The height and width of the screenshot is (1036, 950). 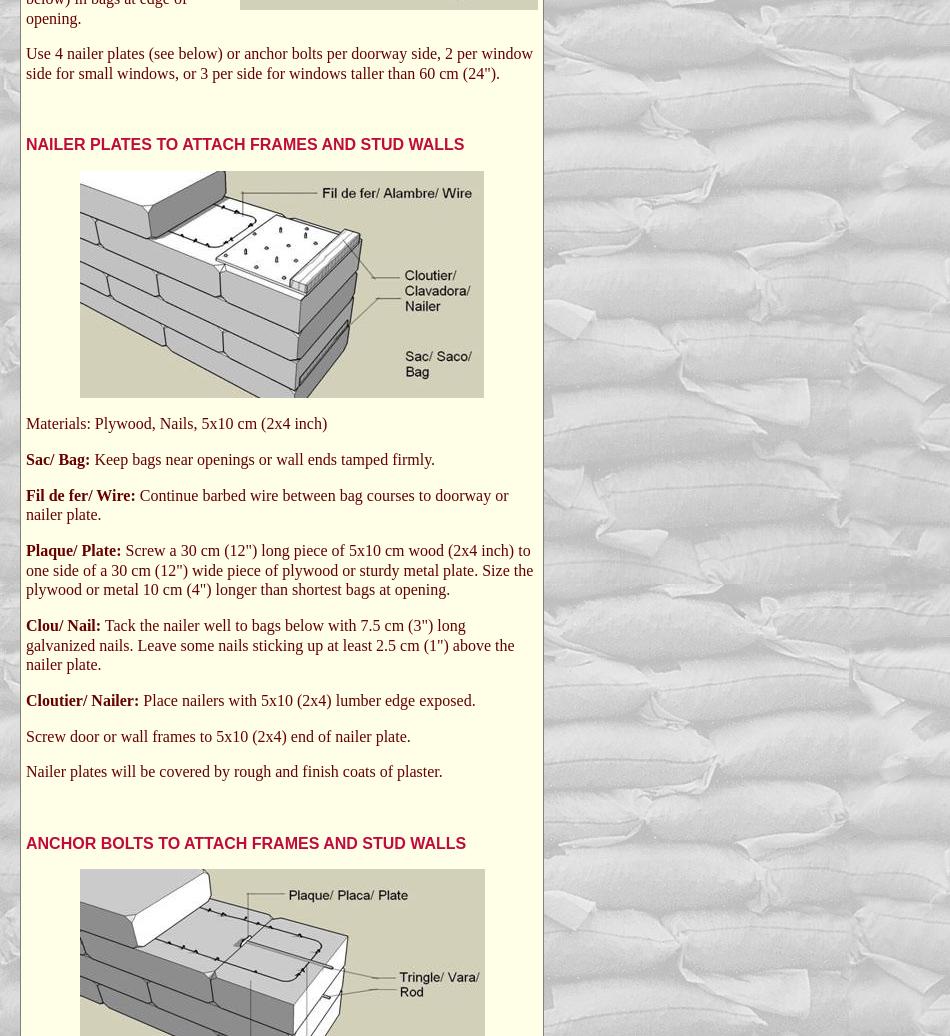 I want to click on 'Fil de fer/ Wire:', so click(x=82, y=494).